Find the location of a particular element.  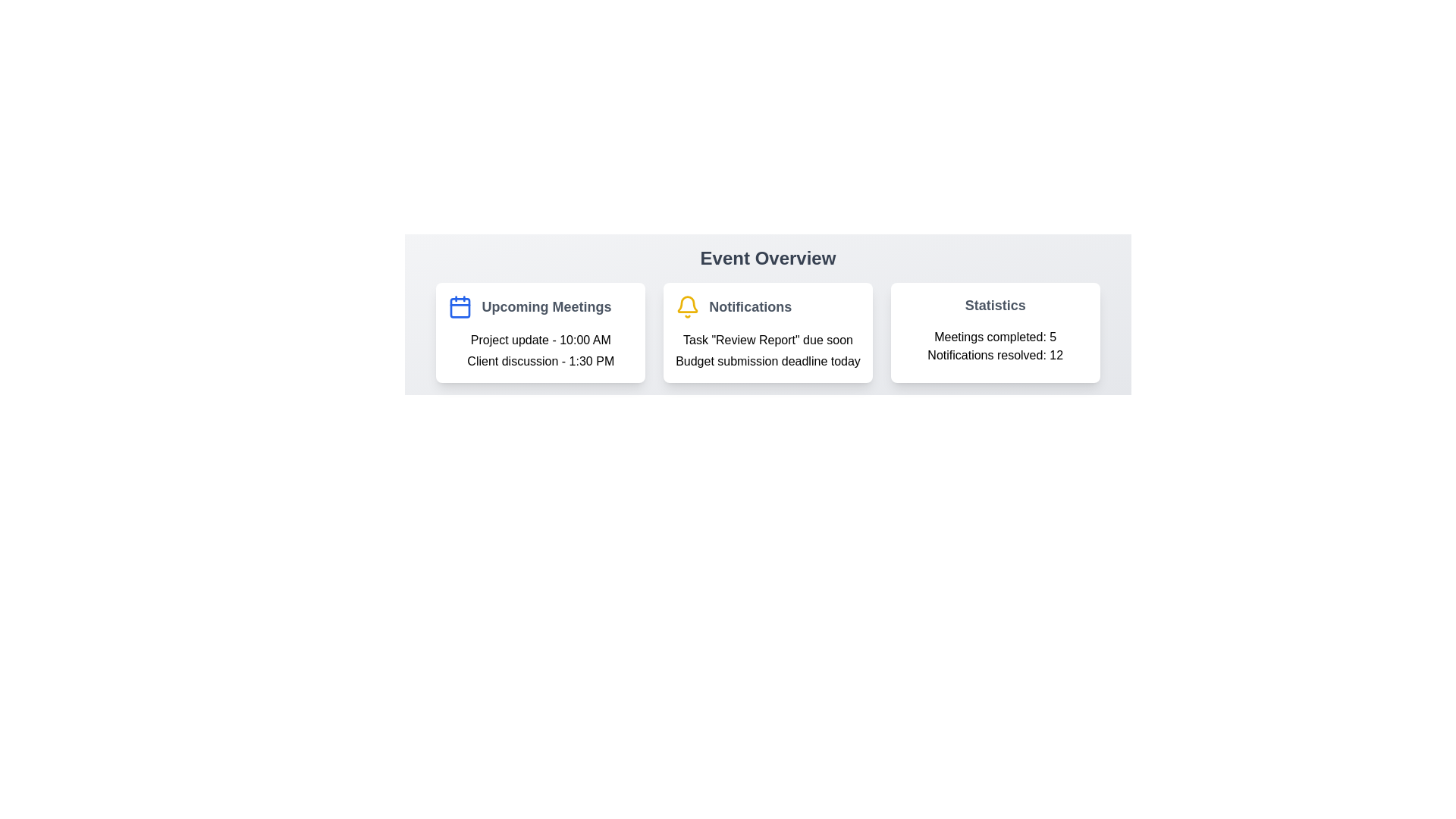

the static text element that informs users about the upcoming meeting titled 'Client discussion' scheduled at 1:30 PM, which is the second entry in the 'Upcoming Meetings' card is located at coordinates (541, 362).